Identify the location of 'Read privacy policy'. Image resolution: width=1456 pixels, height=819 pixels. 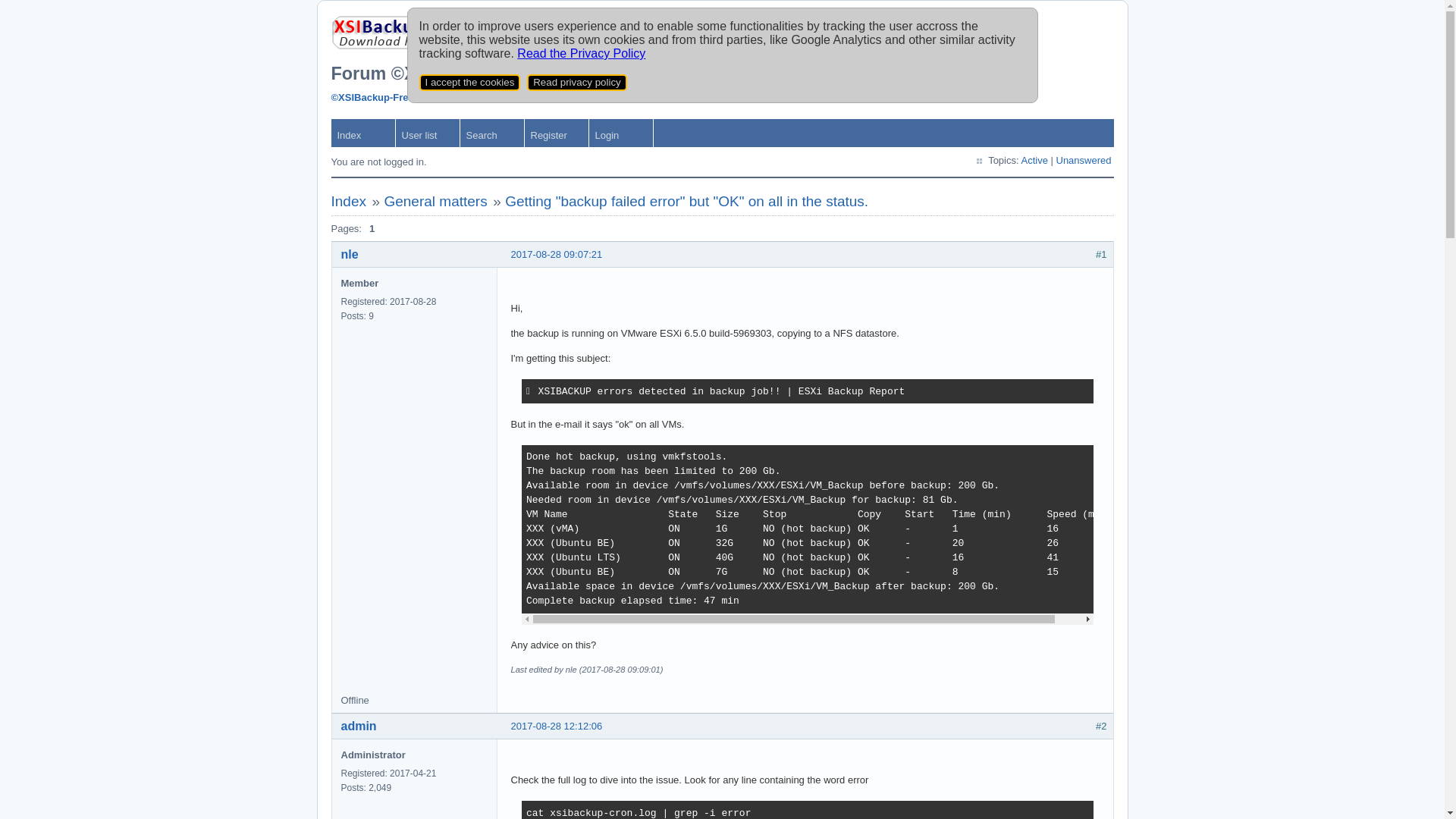
(576, 82).